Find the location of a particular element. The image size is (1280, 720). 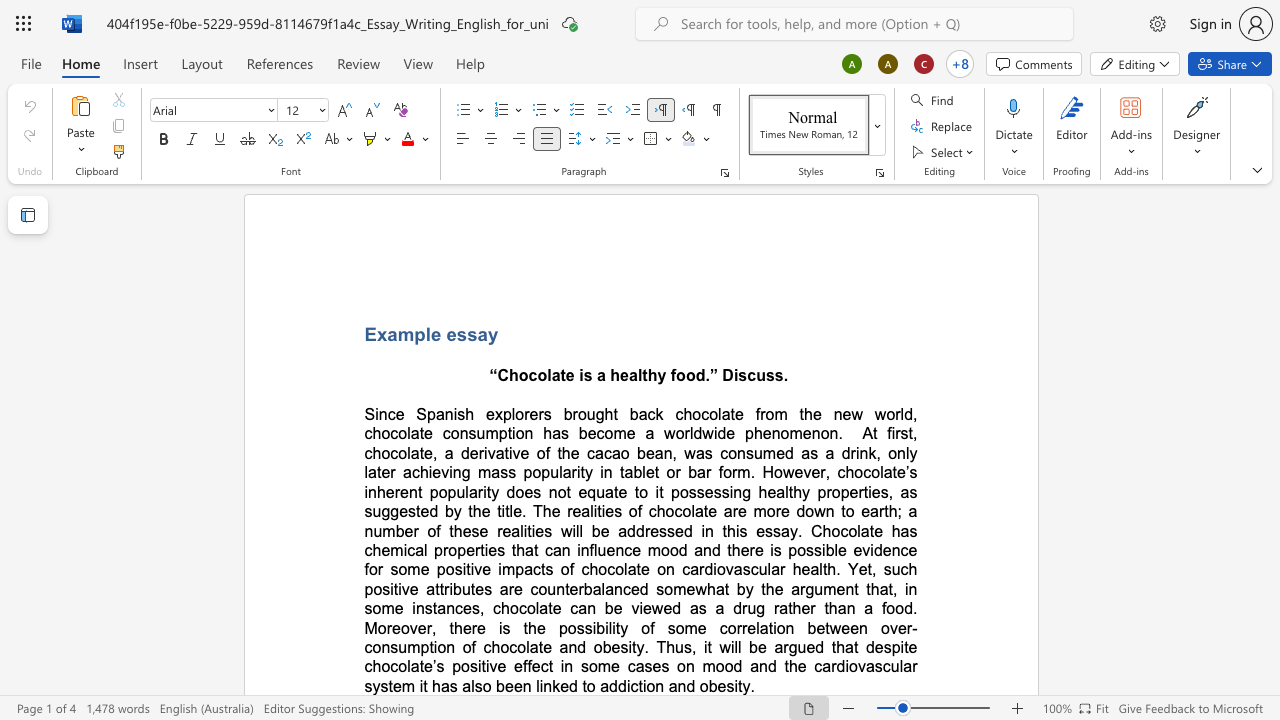

the space between the continuous character "e" and "e" in the text is located at coordinates (513, 685).